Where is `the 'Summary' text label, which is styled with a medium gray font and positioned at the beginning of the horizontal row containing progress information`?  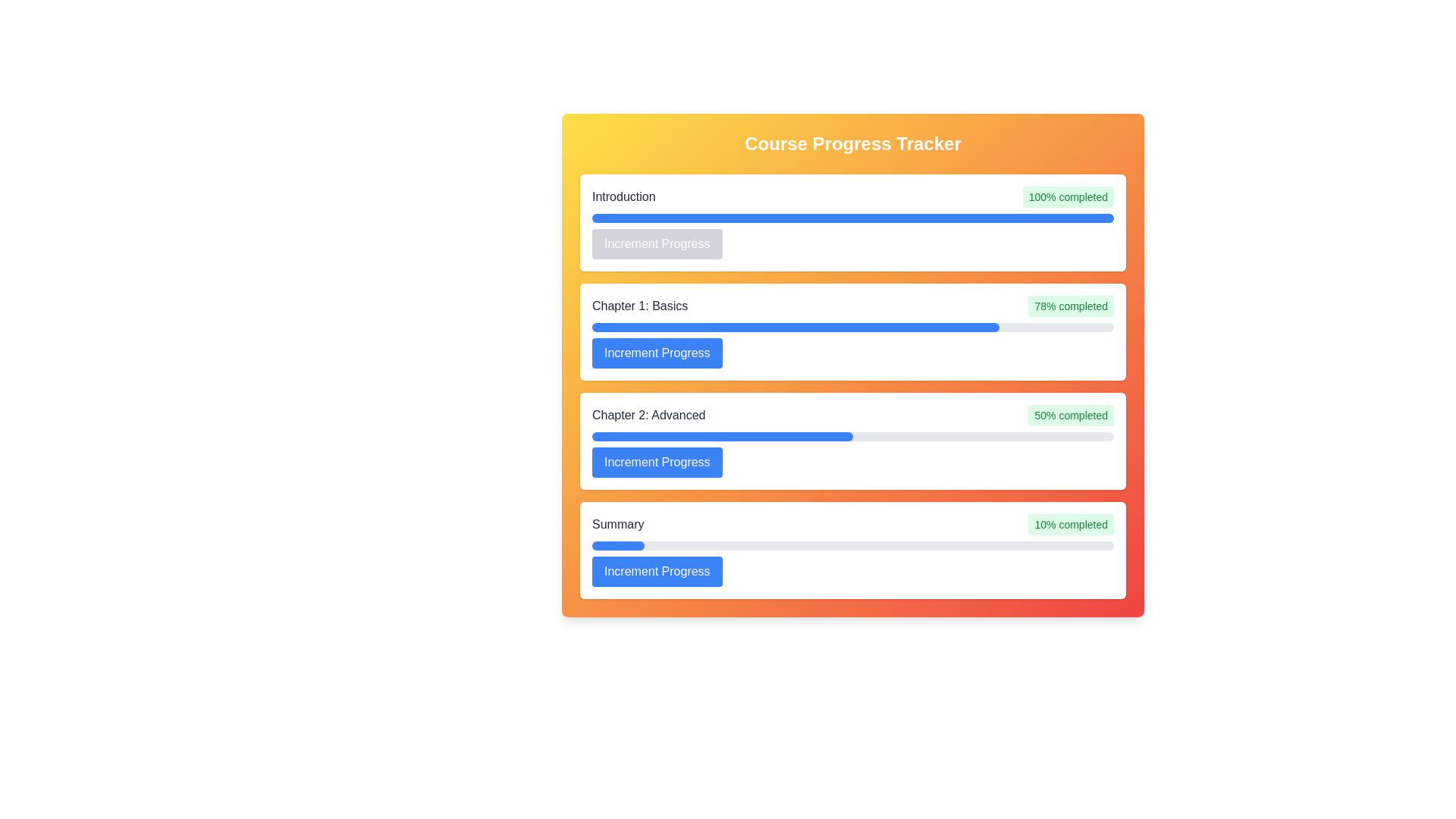
the 'Summary' text label, which is styled with a medium gray font and positioned at the beginning of the horizontal row containing progress information is located at coordinates (618, 523).